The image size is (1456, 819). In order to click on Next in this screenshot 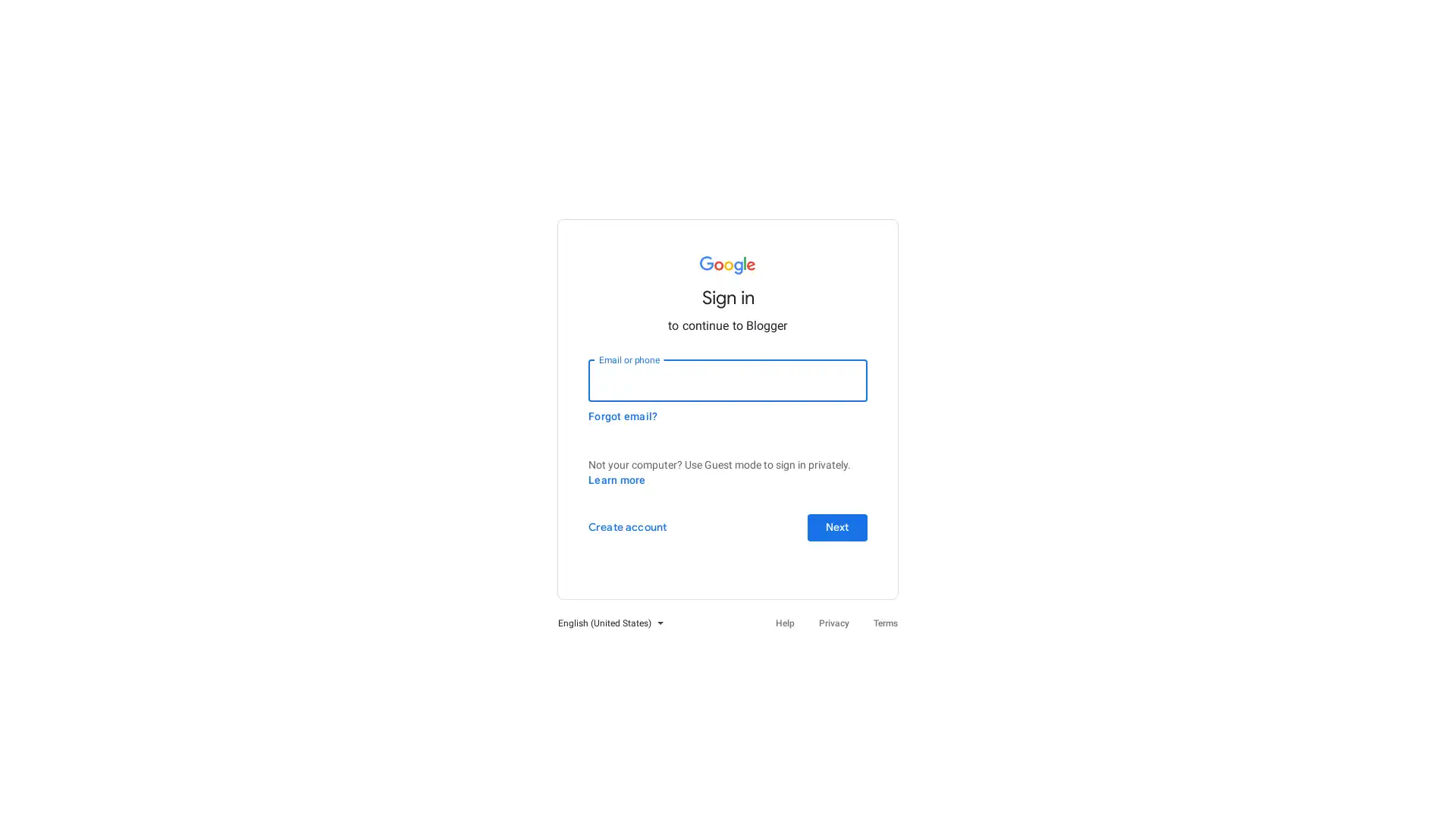, I will do `click(836, 526)`.